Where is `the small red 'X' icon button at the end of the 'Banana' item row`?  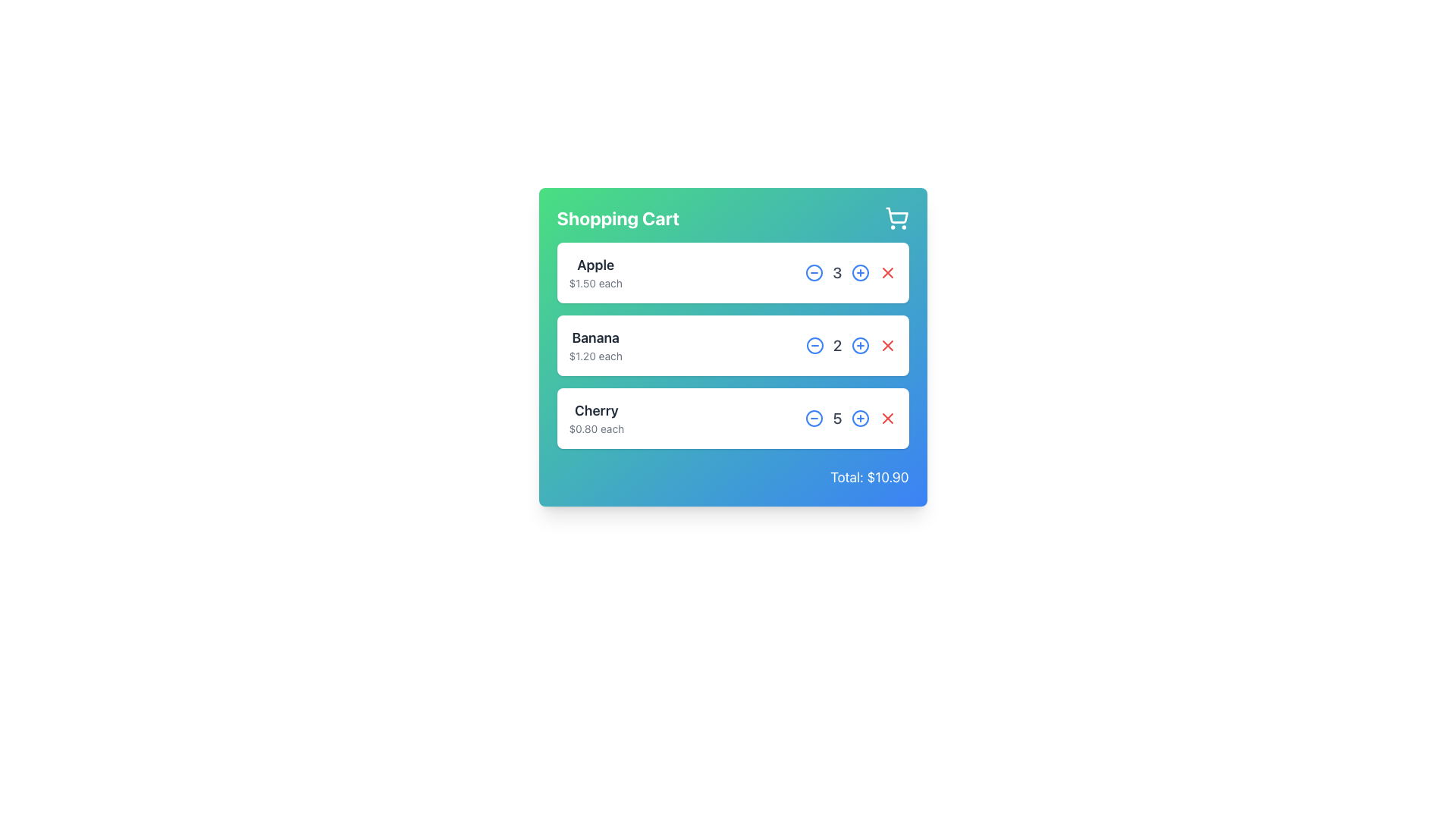 the small red 'X' icon button at the end of the 'Banana' item row is located at coordinates (887, 345).